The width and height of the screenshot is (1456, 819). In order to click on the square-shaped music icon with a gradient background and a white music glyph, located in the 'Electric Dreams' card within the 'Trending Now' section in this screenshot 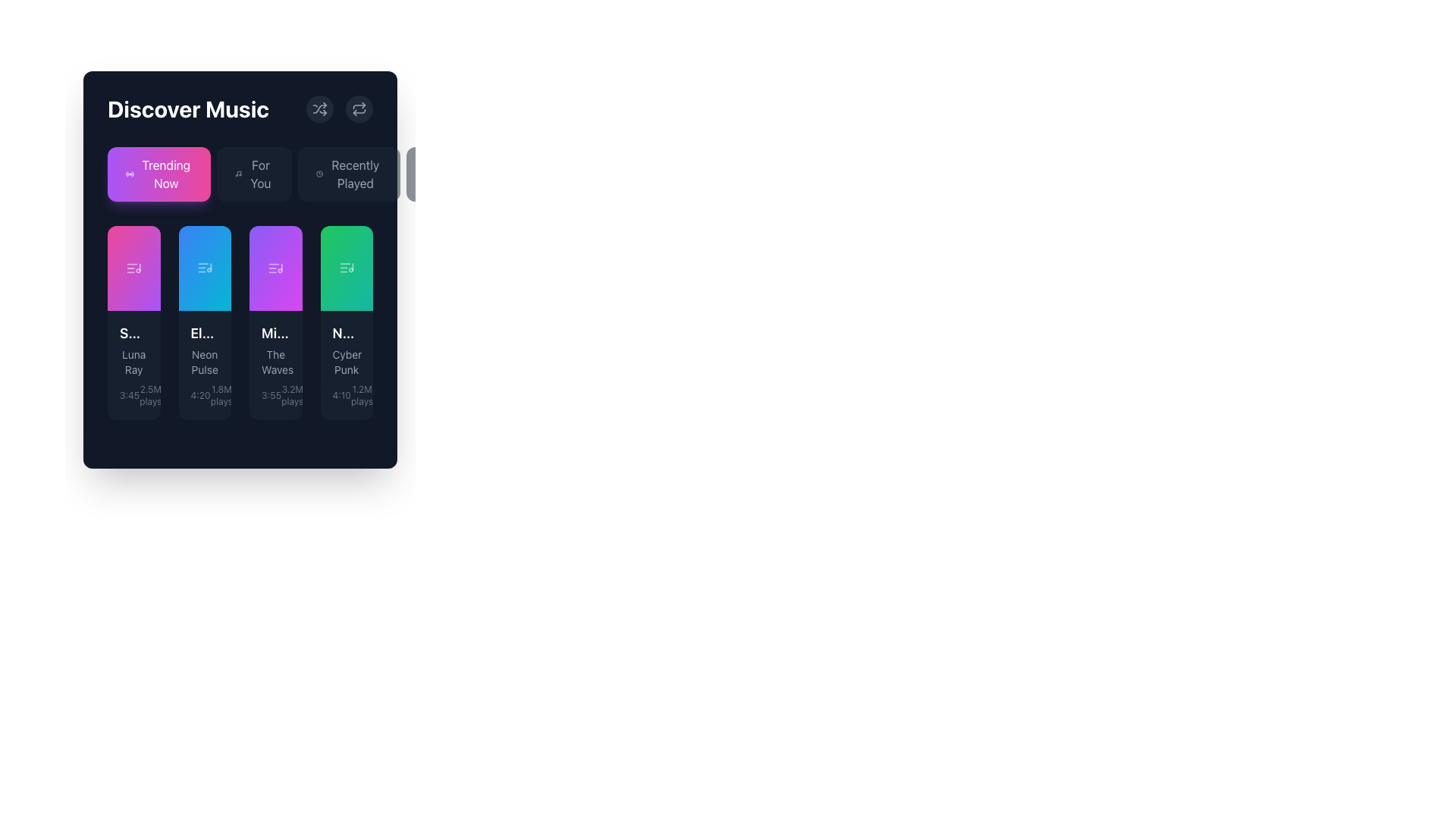, I will do `click(204, 268)`.